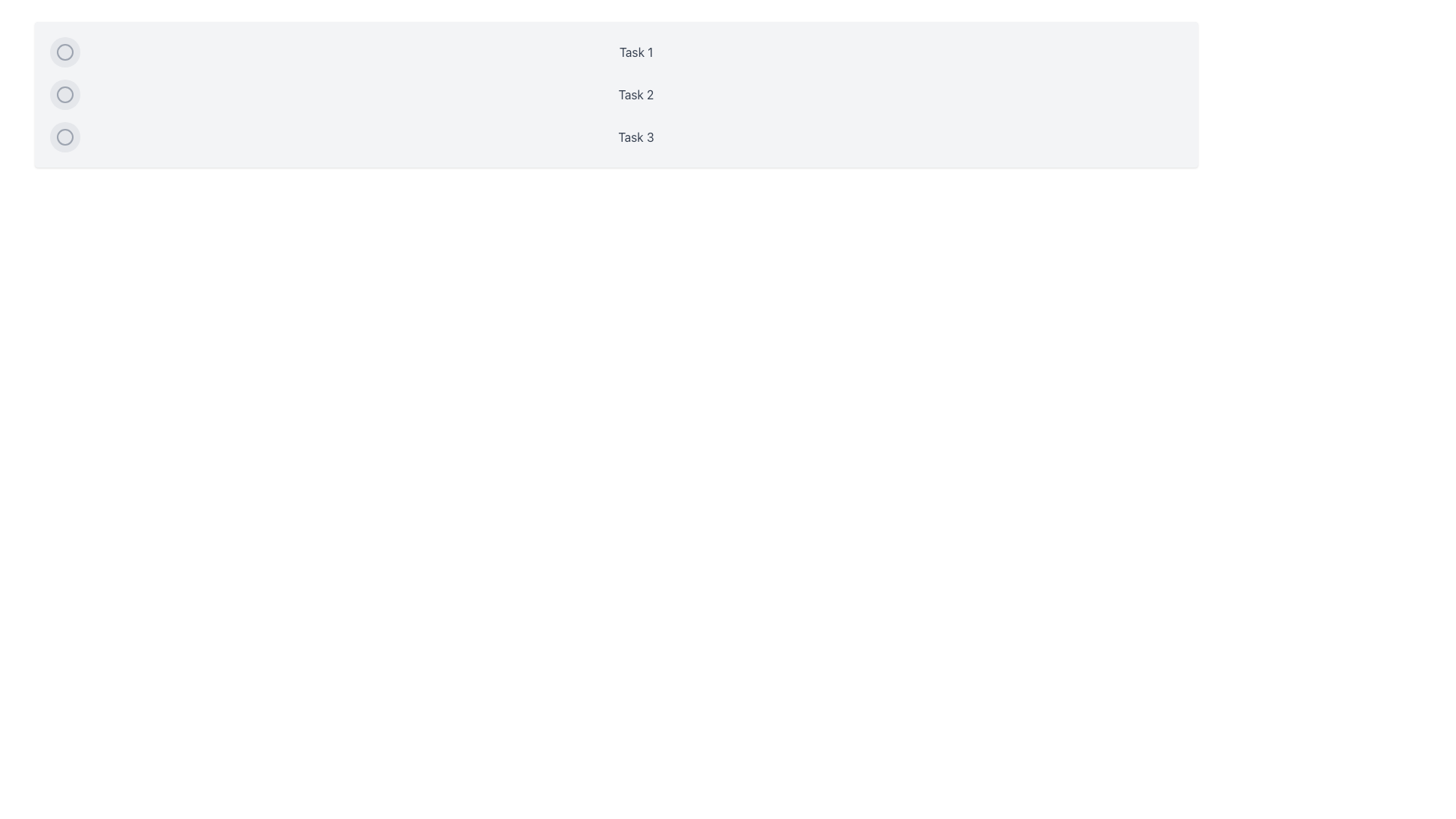 The image size is (1456, 819). I want to click on the interactive circular icon element aligned next to the label 'Task 1' for keyboard navigation, so click(64, 52).